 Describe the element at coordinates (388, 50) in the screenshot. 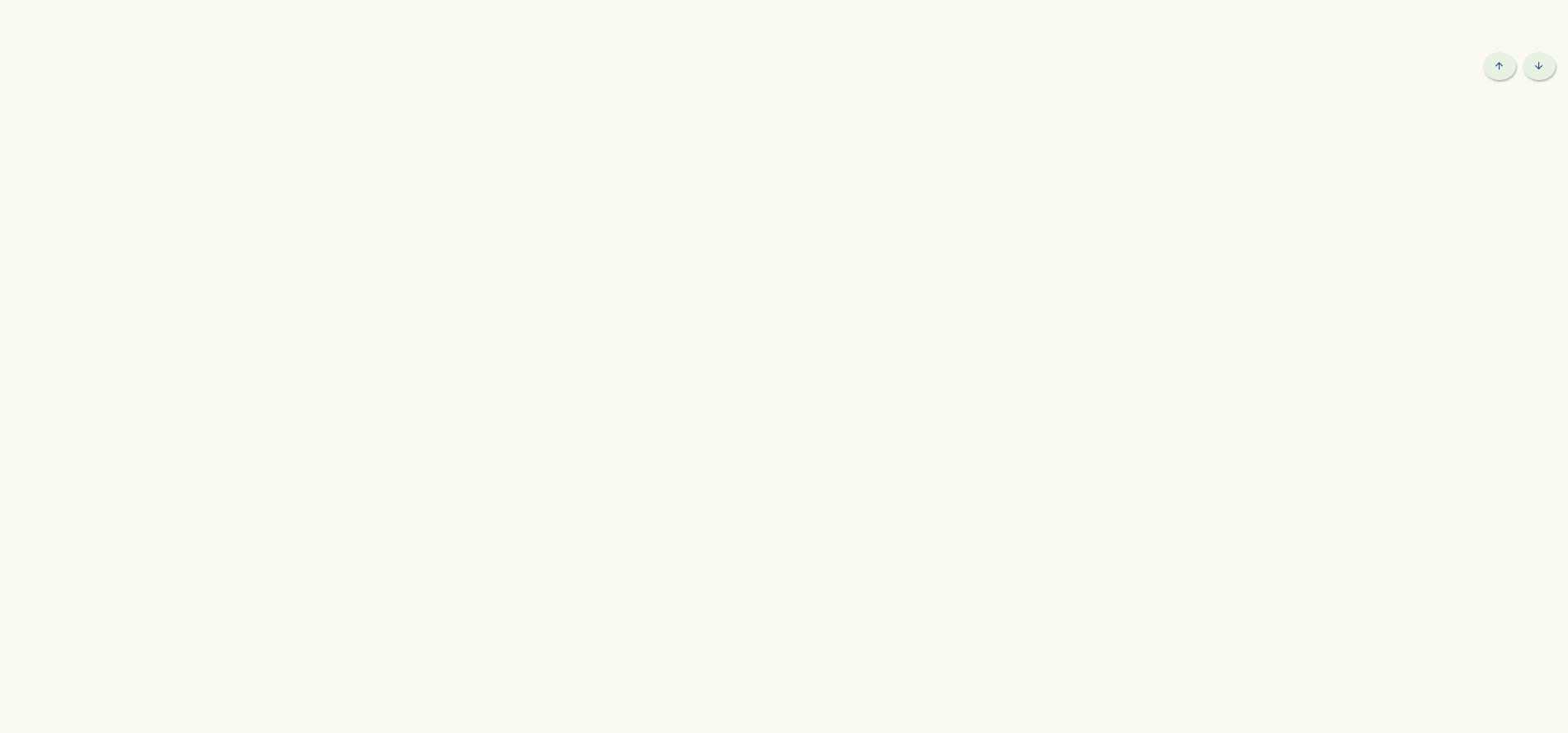

I see `'Local Events'` at that location.